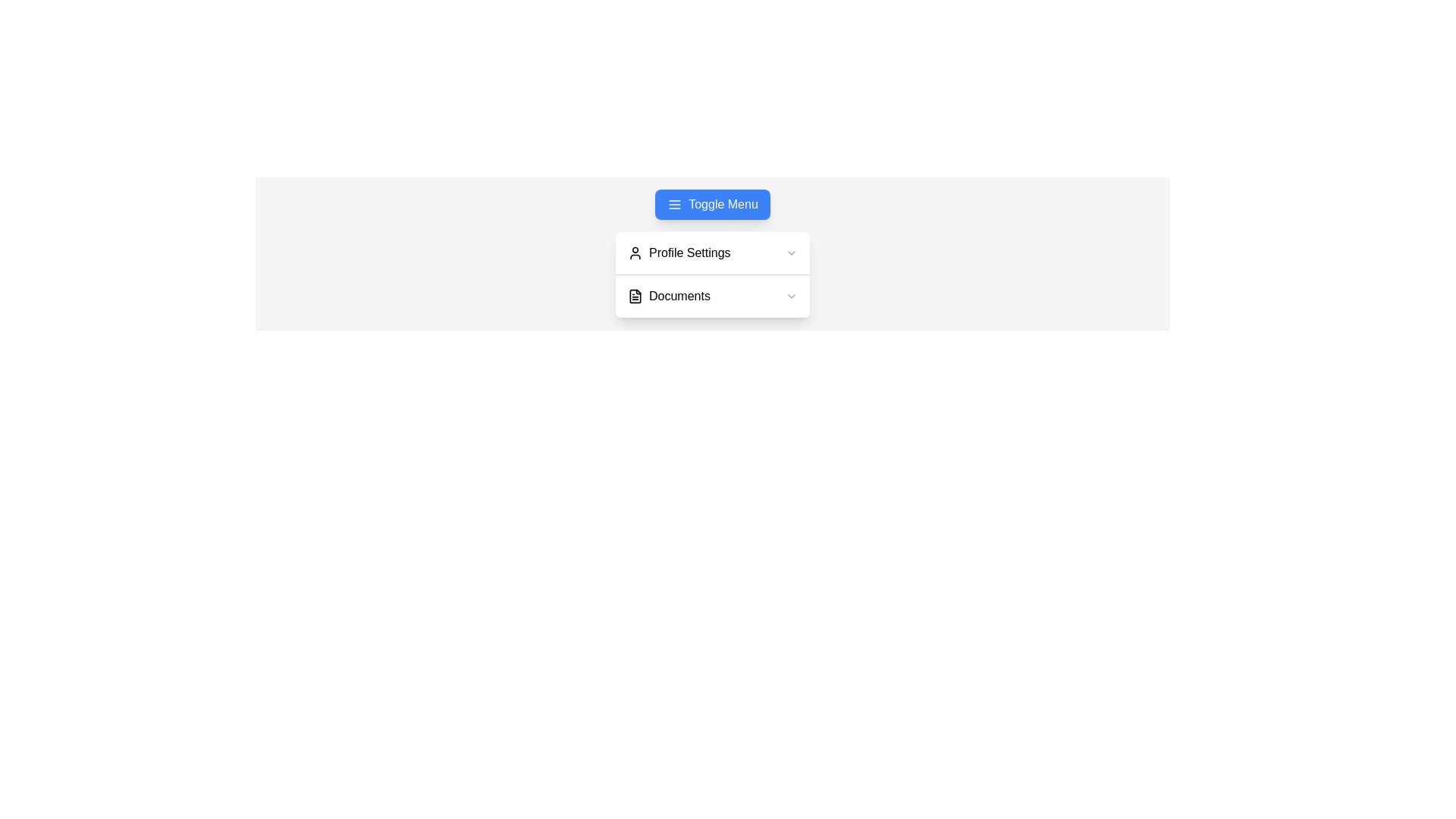  I want to click on the area of the vertically stacked panel containing 'Profile Settings' and 'Documents' to interact with menu options, so click(712, 275).